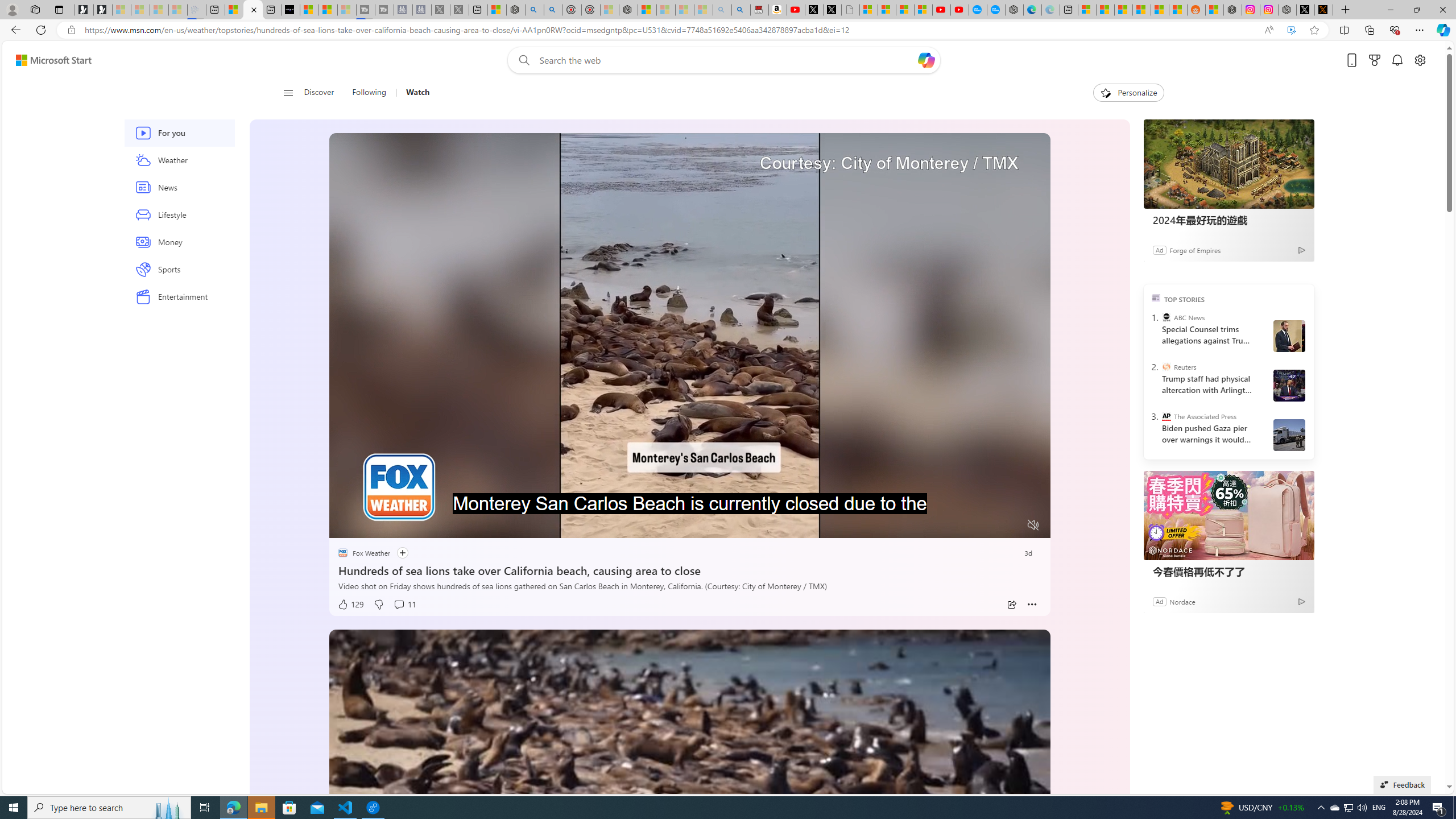  Describe the element at coordinates (46, 59) in the screenshot. I see `'Skip to footer'` at that location.